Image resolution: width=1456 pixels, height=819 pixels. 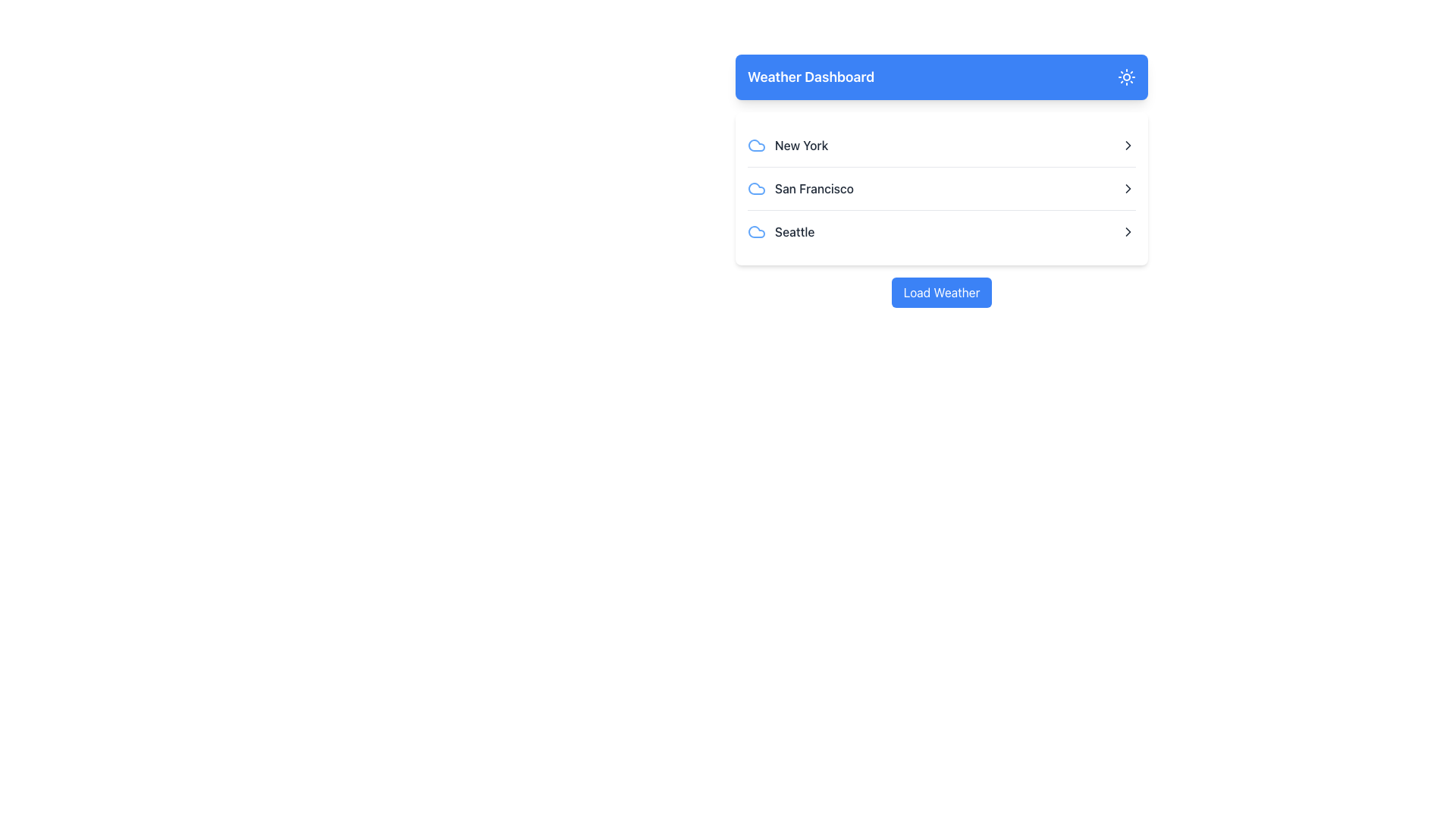 What do you see at coordinates (941, 292) in the screenshot?
I see `the 'Load Weather' button, which is a rounded rectangular button with a blue background and white text, located below the 'Weather Dashboard' panel and centered horizontally` at bounding box center [941, 292].